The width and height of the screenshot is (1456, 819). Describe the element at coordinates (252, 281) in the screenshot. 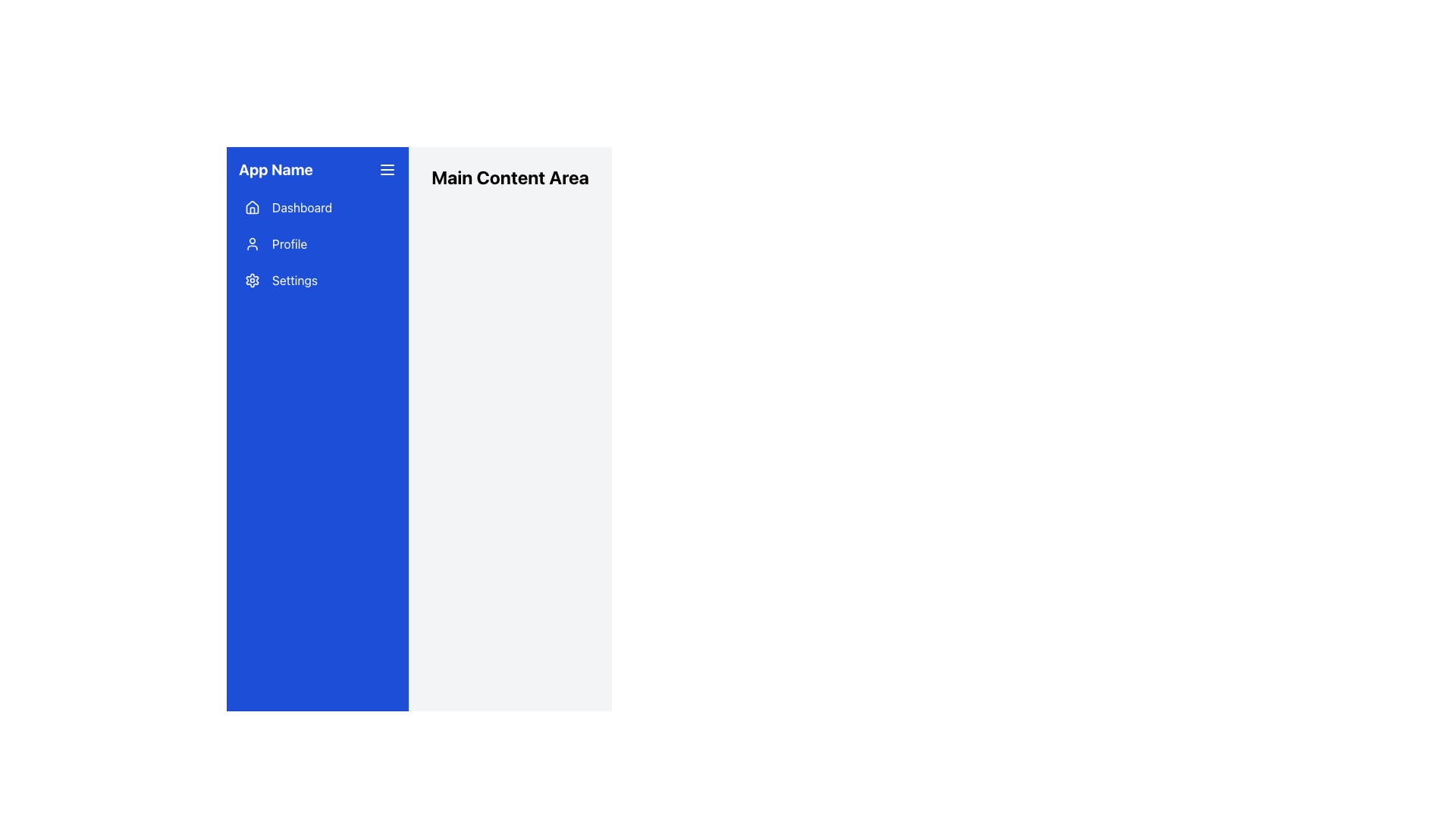

I see `the small gear-shaped settings icon located in the blue sidebar menu to the left of the word 'Settings'` at that location.